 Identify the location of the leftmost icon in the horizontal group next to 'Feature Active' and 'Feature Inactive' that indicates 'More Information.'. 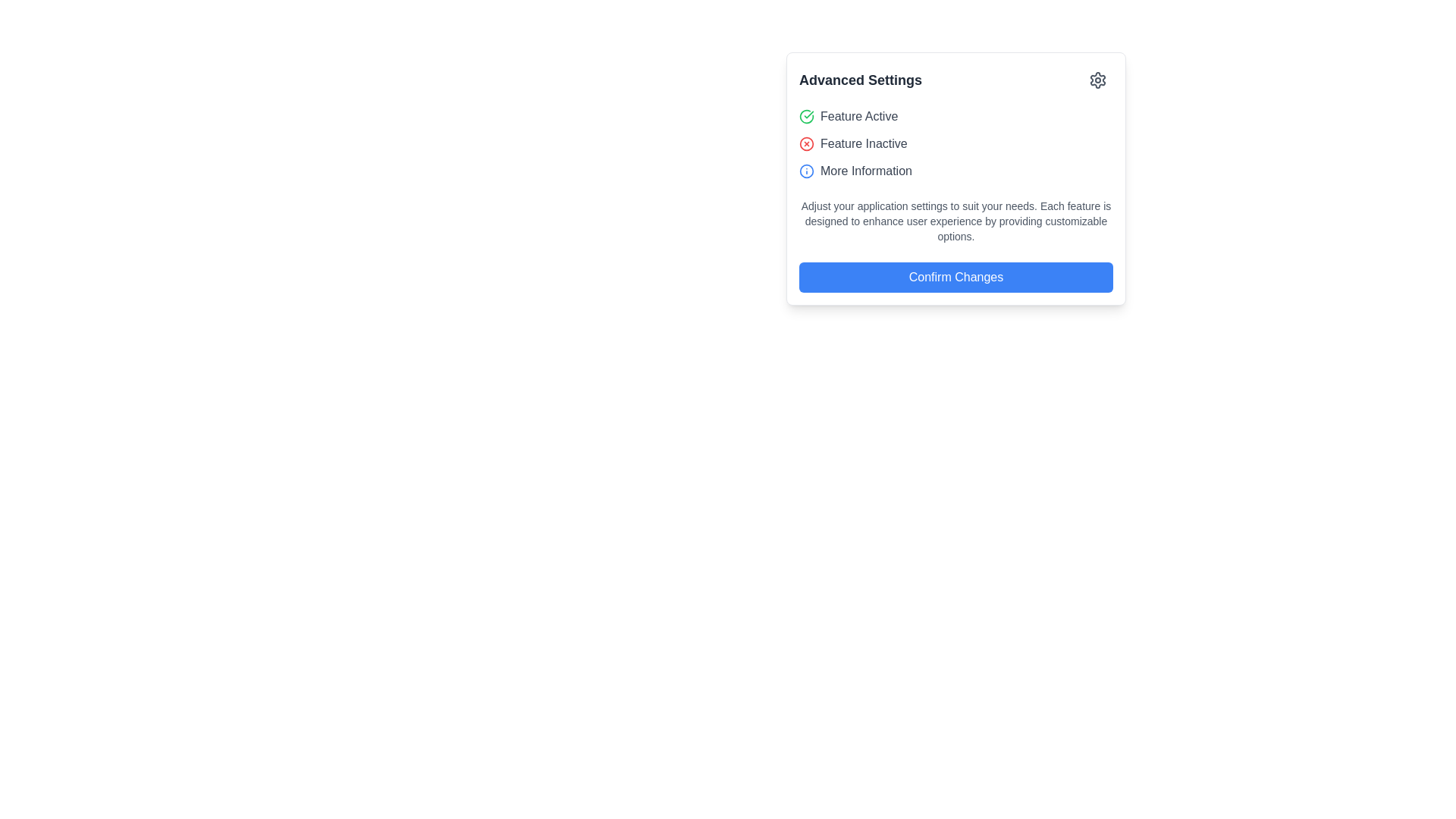
(806, 171).